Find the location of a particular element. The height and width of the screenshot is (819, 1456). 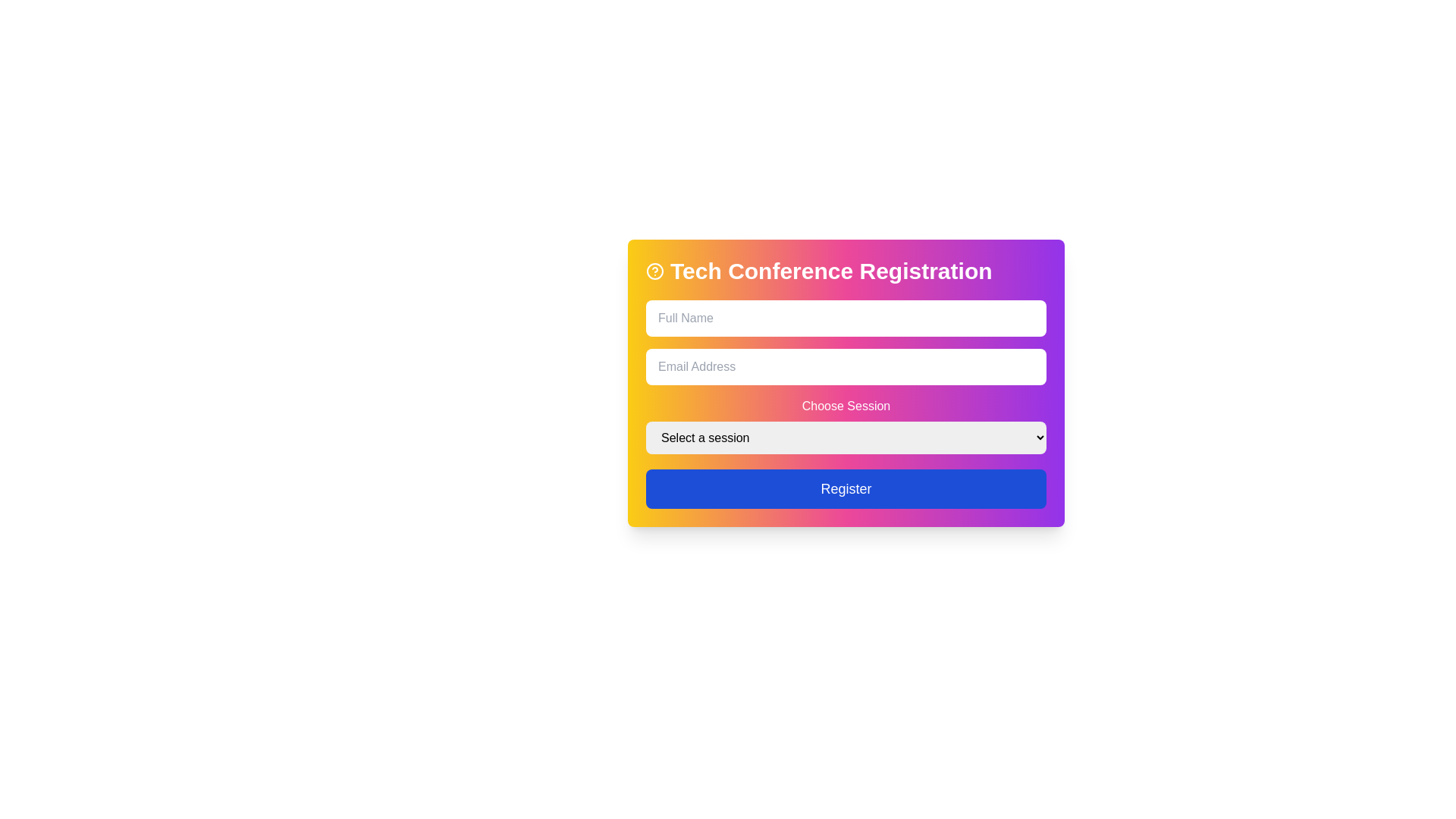

an option from the 'Choose Session' dropdown menu located below the 'Email Address' field and above the 'Register' button is located at coordinates (846, 425).